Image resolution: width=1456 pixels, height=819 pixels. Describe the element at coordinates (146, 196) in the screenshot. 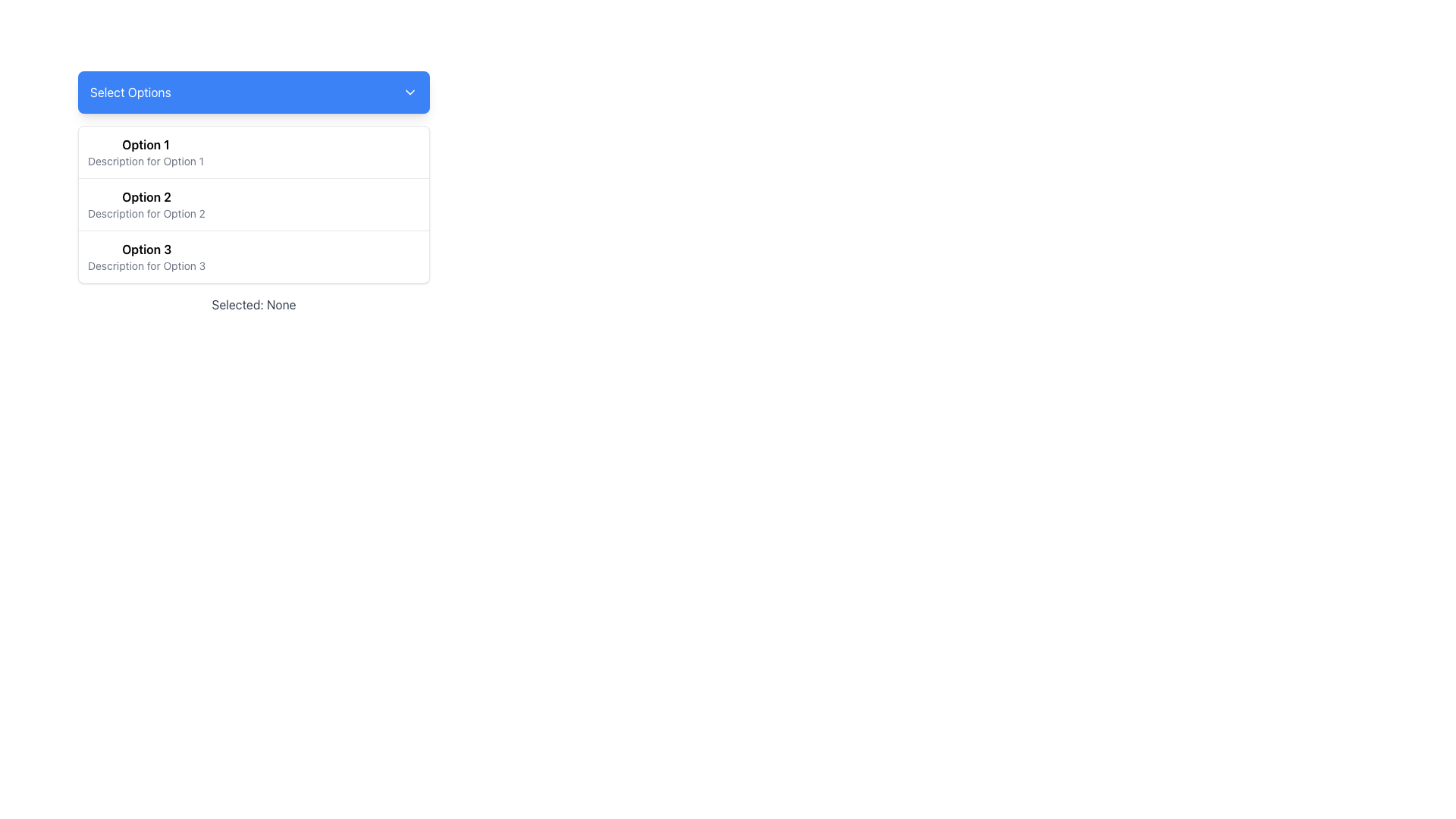

I see `the static text label 'Option 2', which is located in the second row of a dropdown menu above its description` at that location.